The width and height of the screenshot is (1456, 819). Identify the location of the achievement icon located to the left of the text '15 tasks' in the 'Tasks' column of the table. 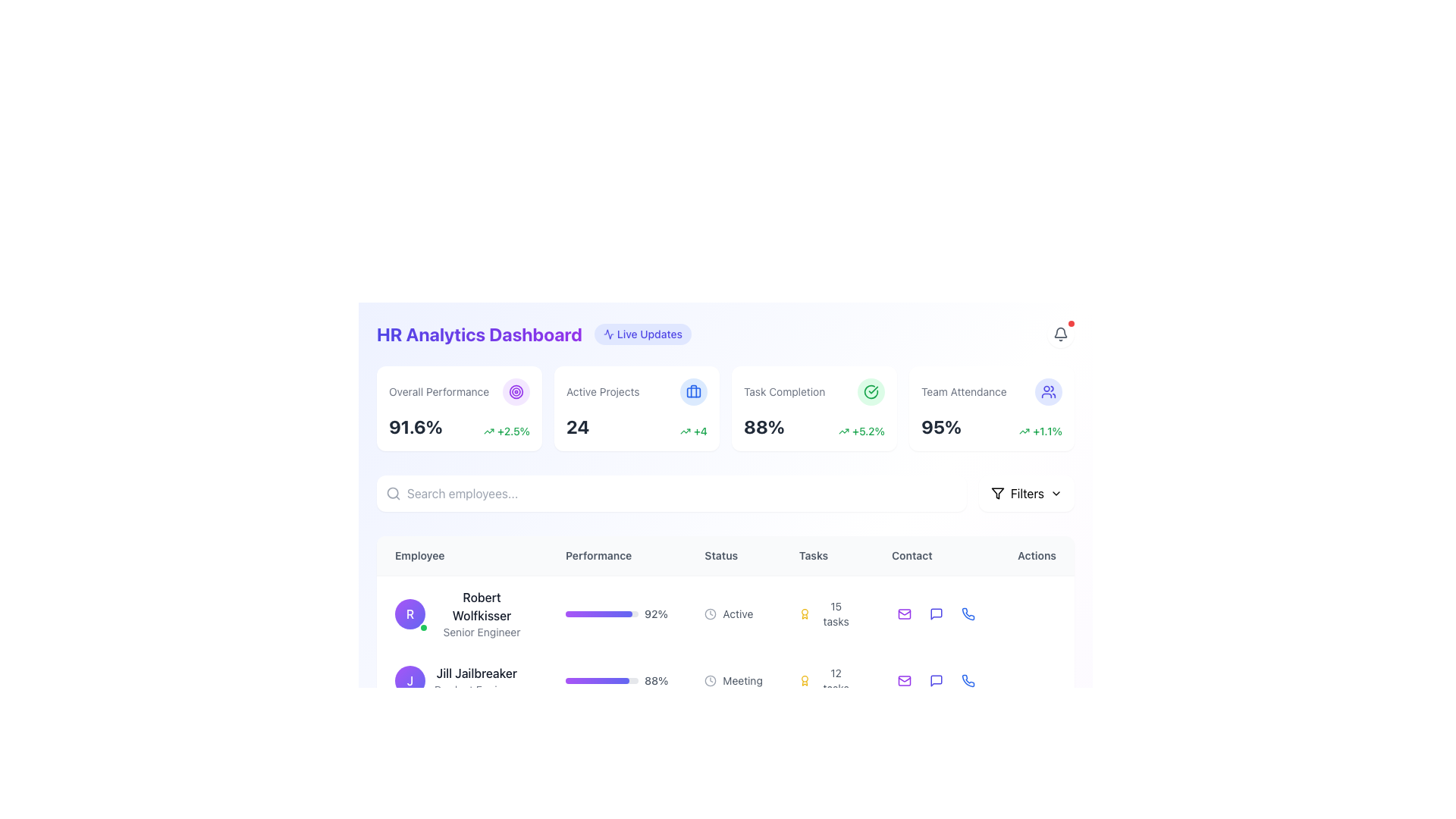
(804, 614).